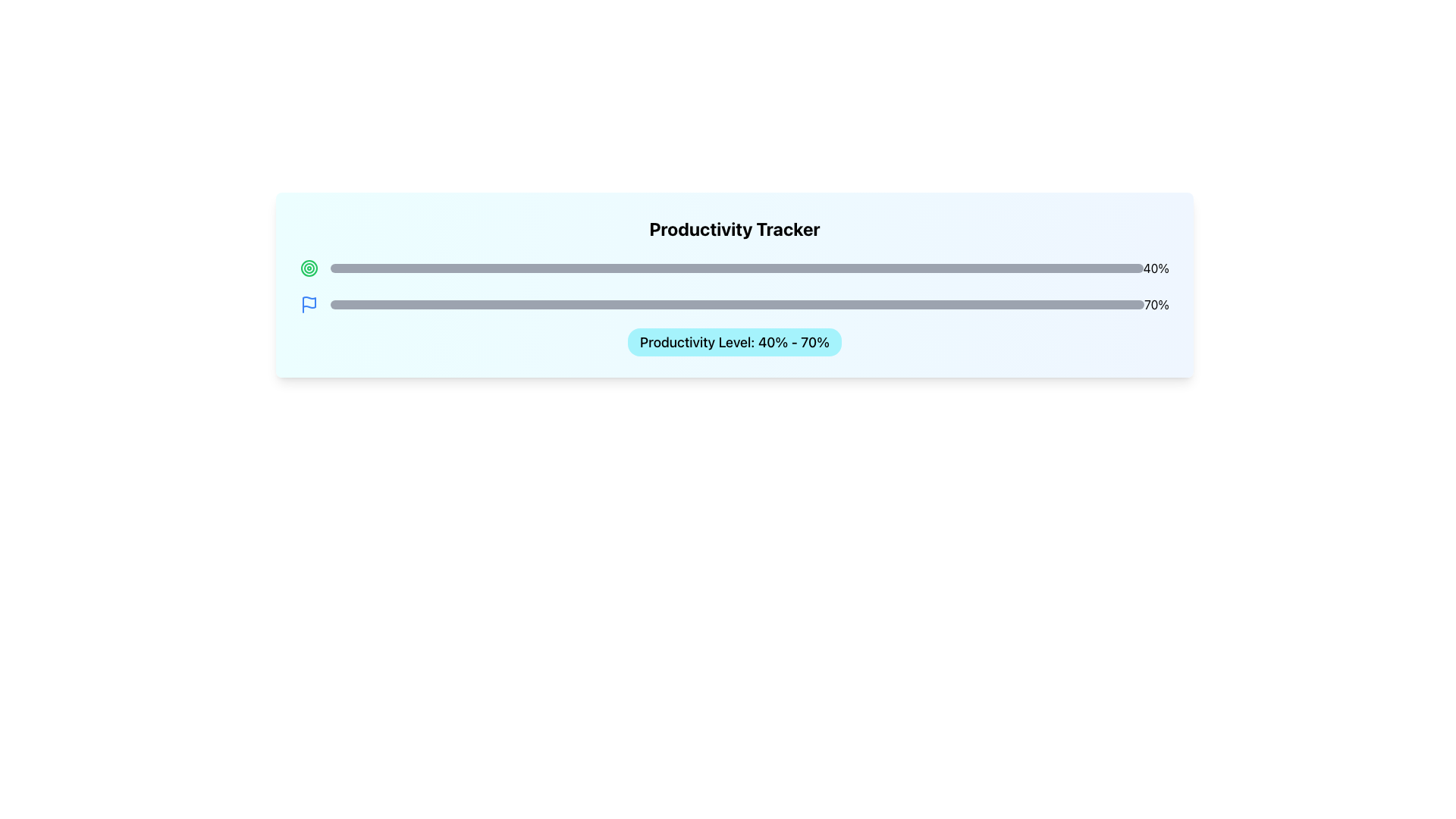 This screenshot has height=819, width=1456. Describe the element at coordinates (915, 304) in the screenshot. I see `the progress value` at that location.